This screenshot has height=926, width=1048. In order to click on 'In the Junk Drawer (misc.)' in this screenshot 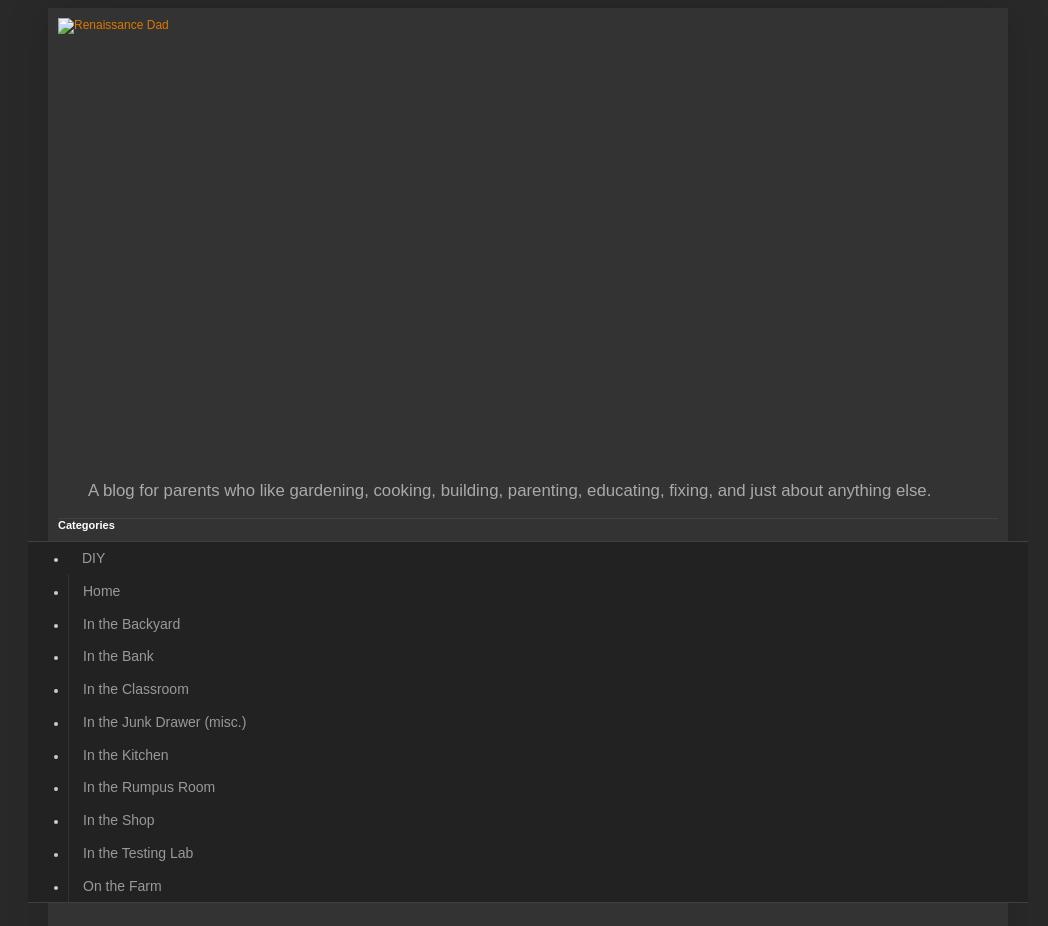, I will do `click(83, 720)`.